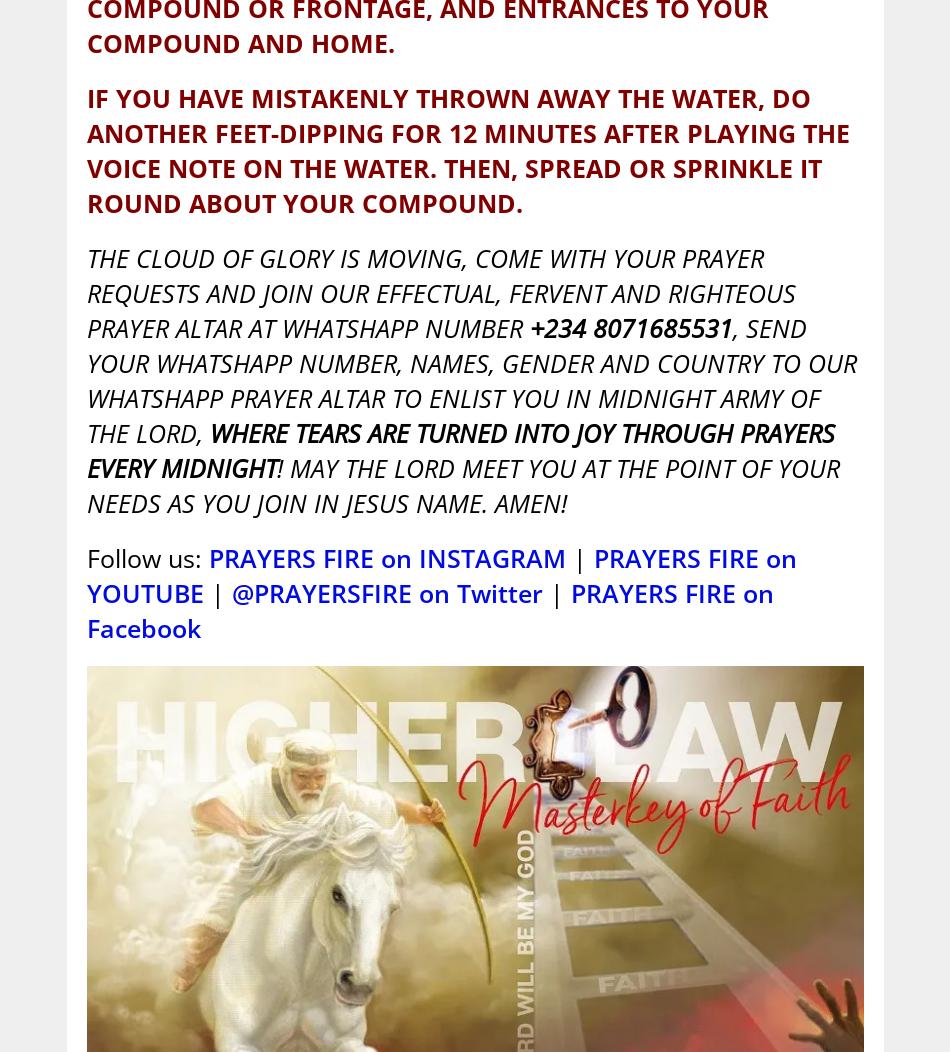  I want to click on 'THE CLOUD OF GLORY IS MOVING, COME WITH YOUR PRAYER REQUESTS AND JOIN OUR EFFECTUAL, FERVENT AND RIGHTEOUS PRAYER ALTAR AT WHATSHAPP NUMBER', so click(439, 292).